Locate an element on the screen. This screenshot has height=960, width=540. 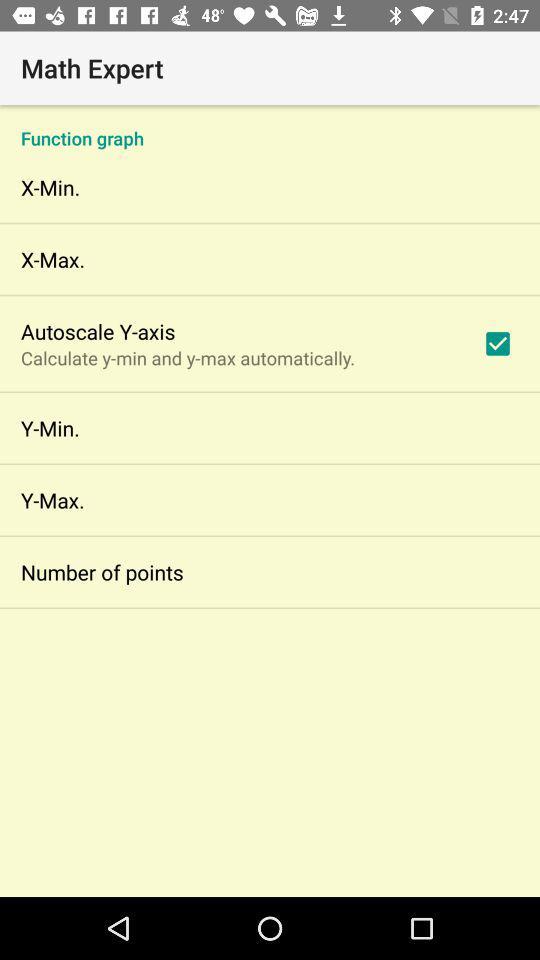
the item below x-max. icon is located at coordinates (97, 331).